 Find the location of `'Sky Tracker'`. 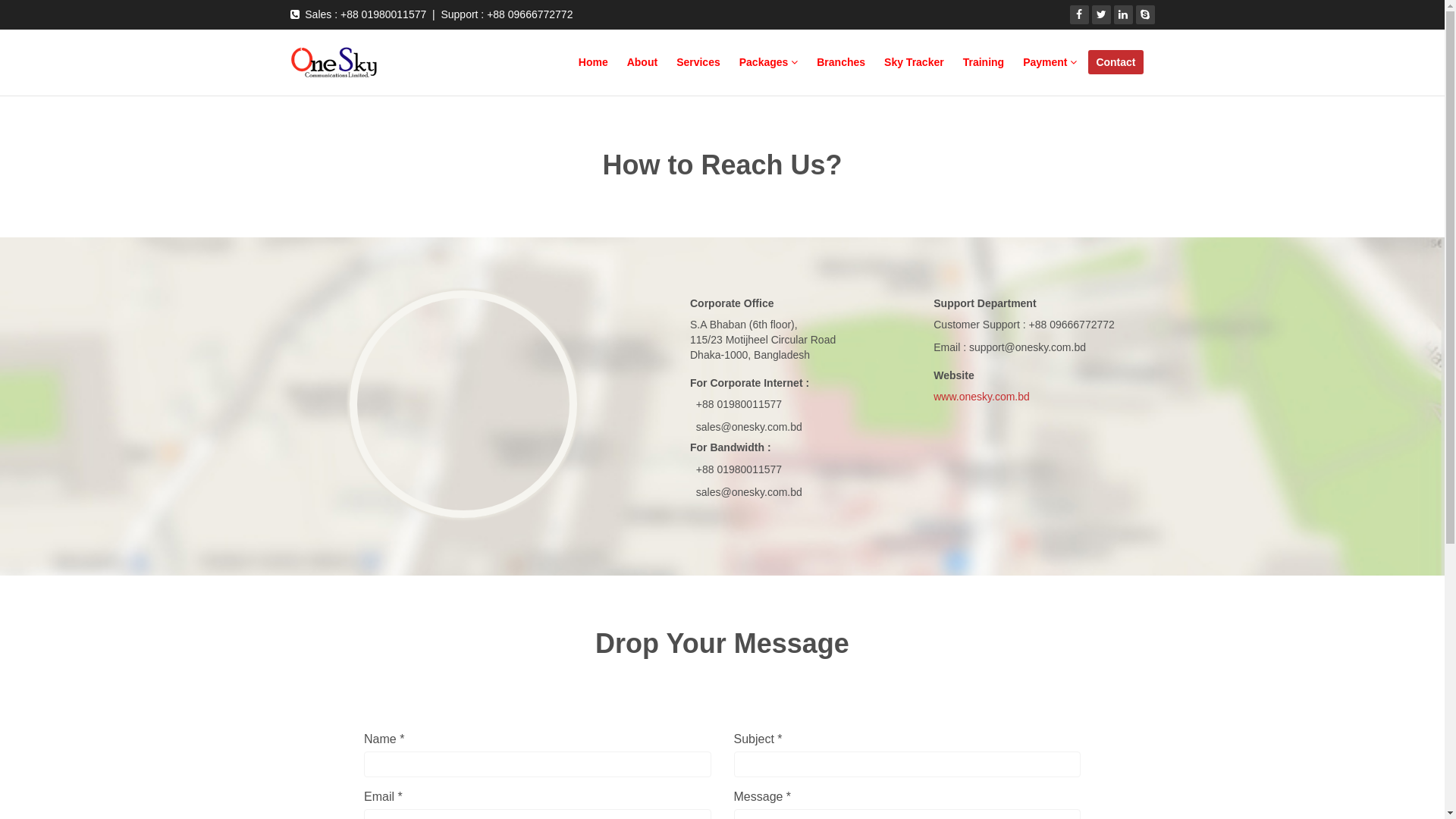

'Sky Tracker' is located at coordinates (913, 61).